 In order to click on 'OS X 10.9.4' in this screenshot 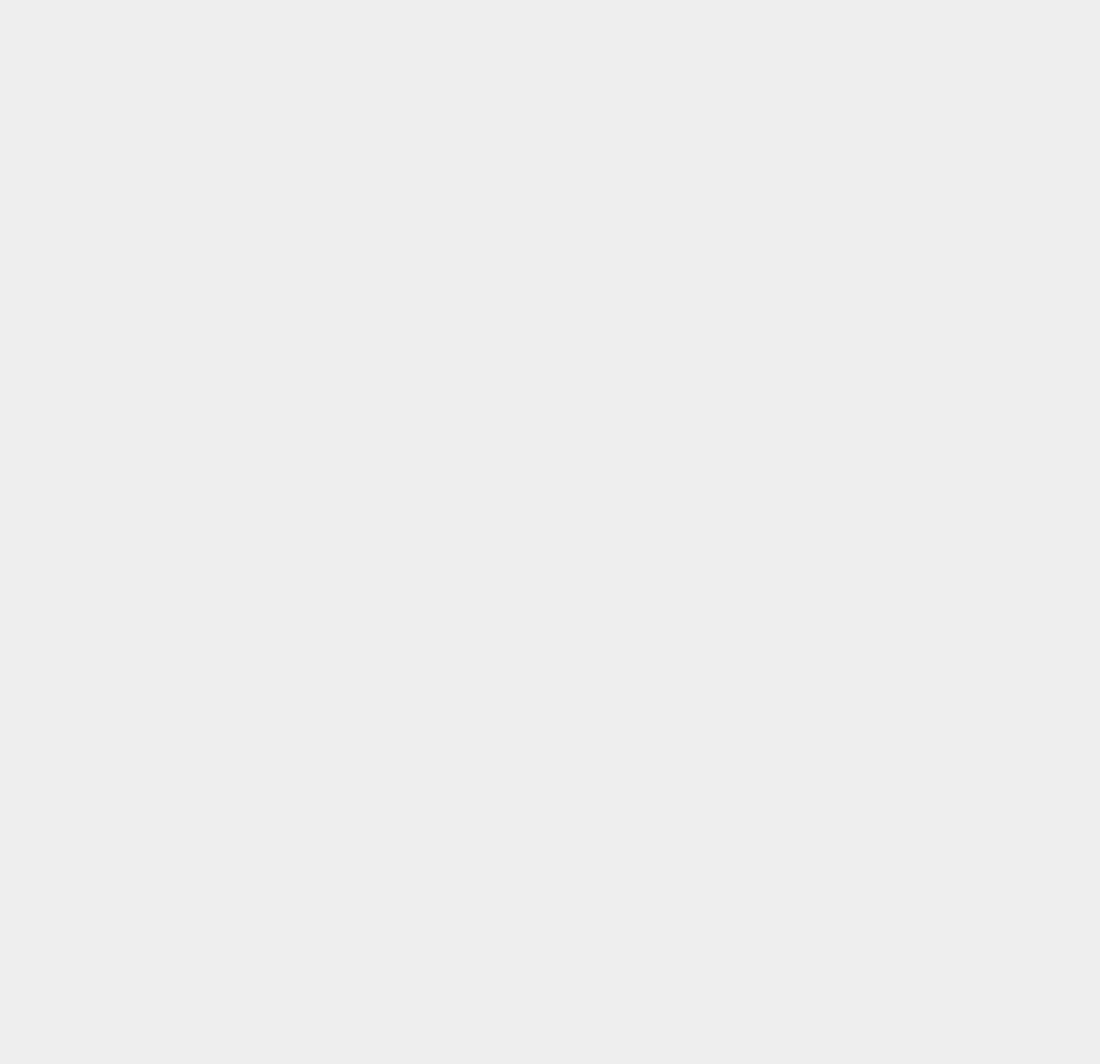, I will do `click(814, 24)`.